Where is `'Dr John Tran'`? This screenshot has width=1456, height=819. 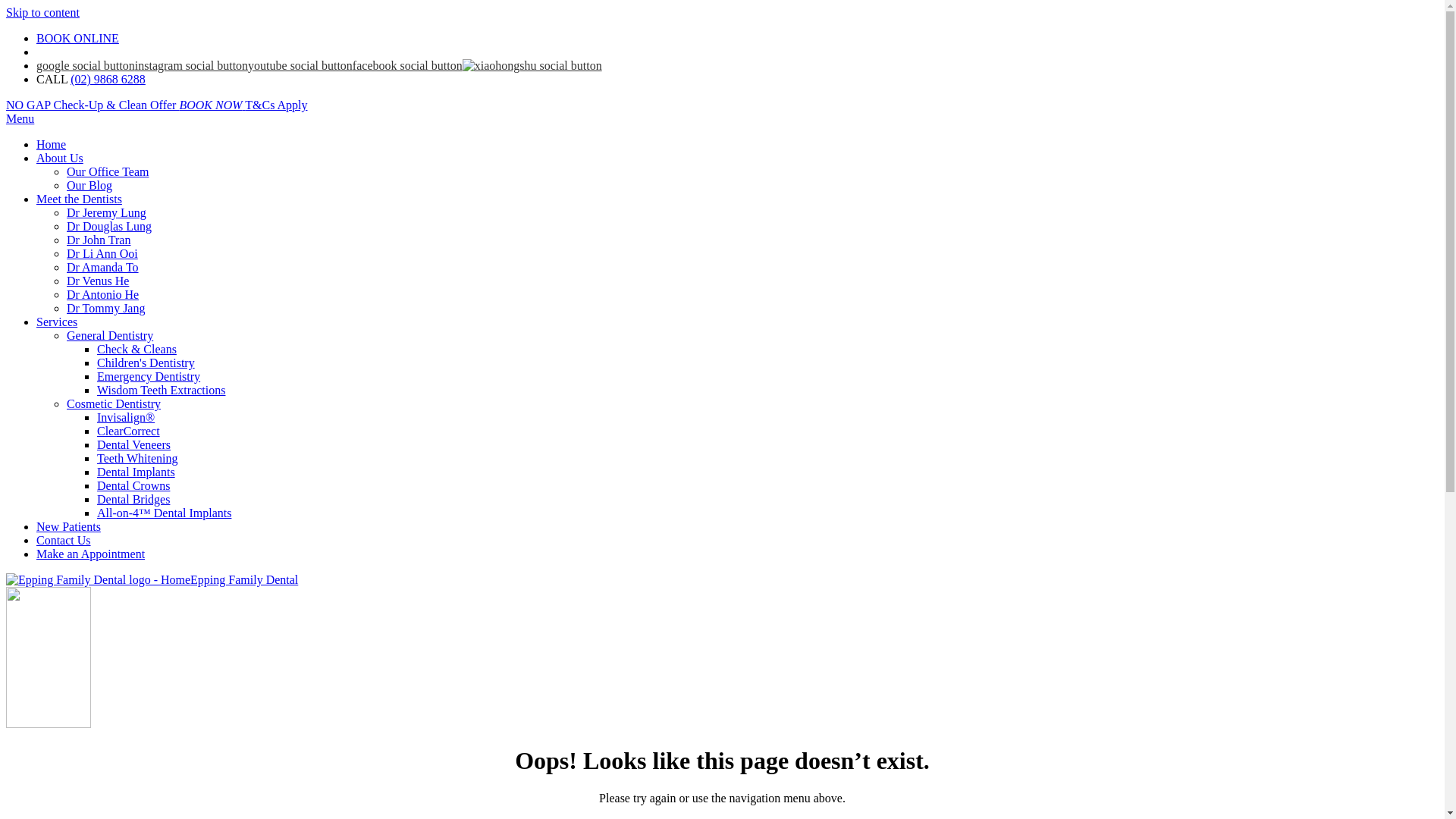 'Dr John Tran' is located at coordinates (97, 239).